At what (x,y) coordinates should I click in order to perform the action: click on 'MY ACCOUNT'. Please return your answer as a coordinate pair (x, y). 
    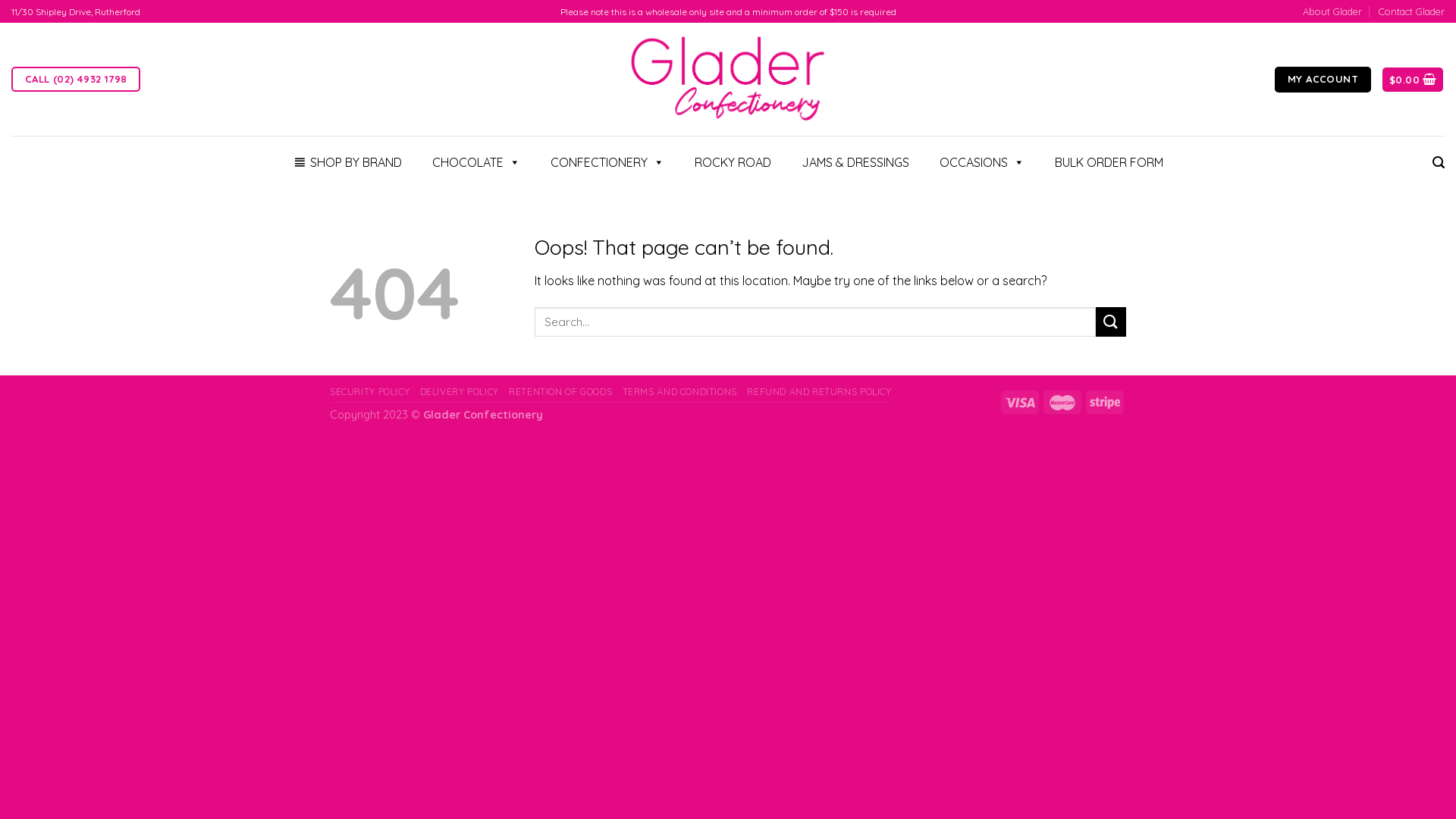
    Looking at the image, I should click on (1274, 79).